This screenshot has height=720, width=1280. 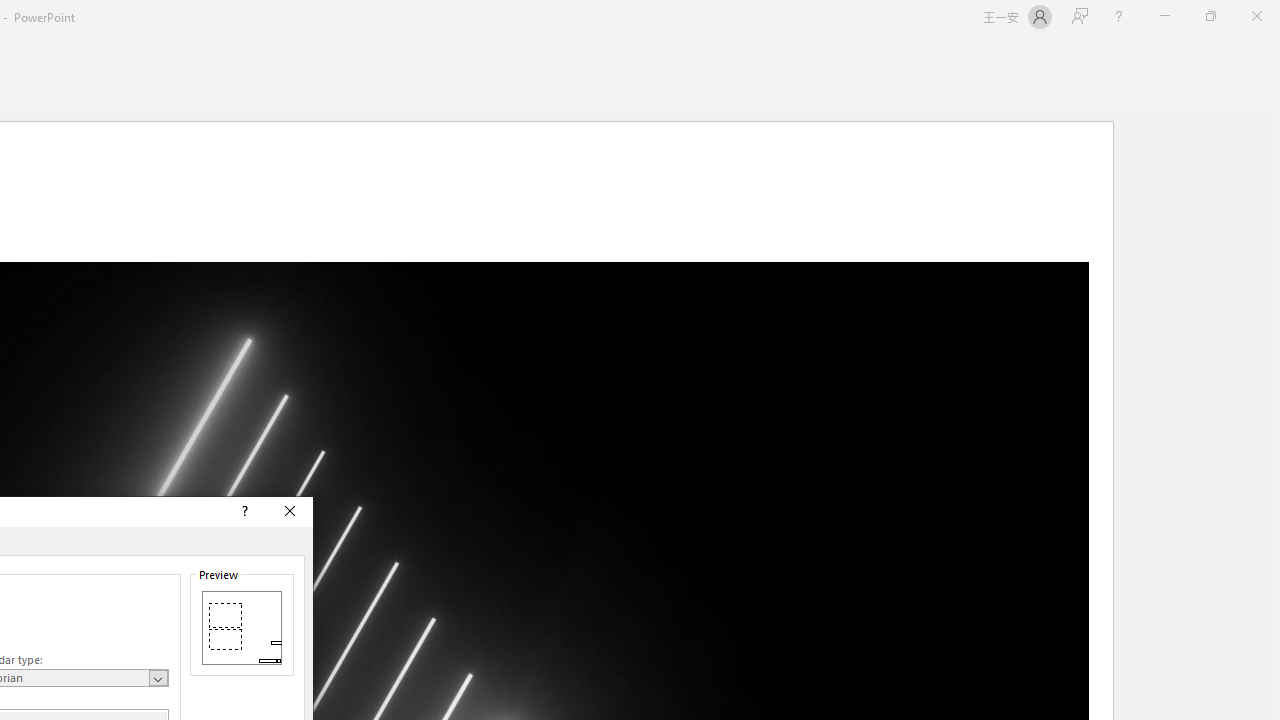 I want to click on 'Context help', so click(x=242, y=510).